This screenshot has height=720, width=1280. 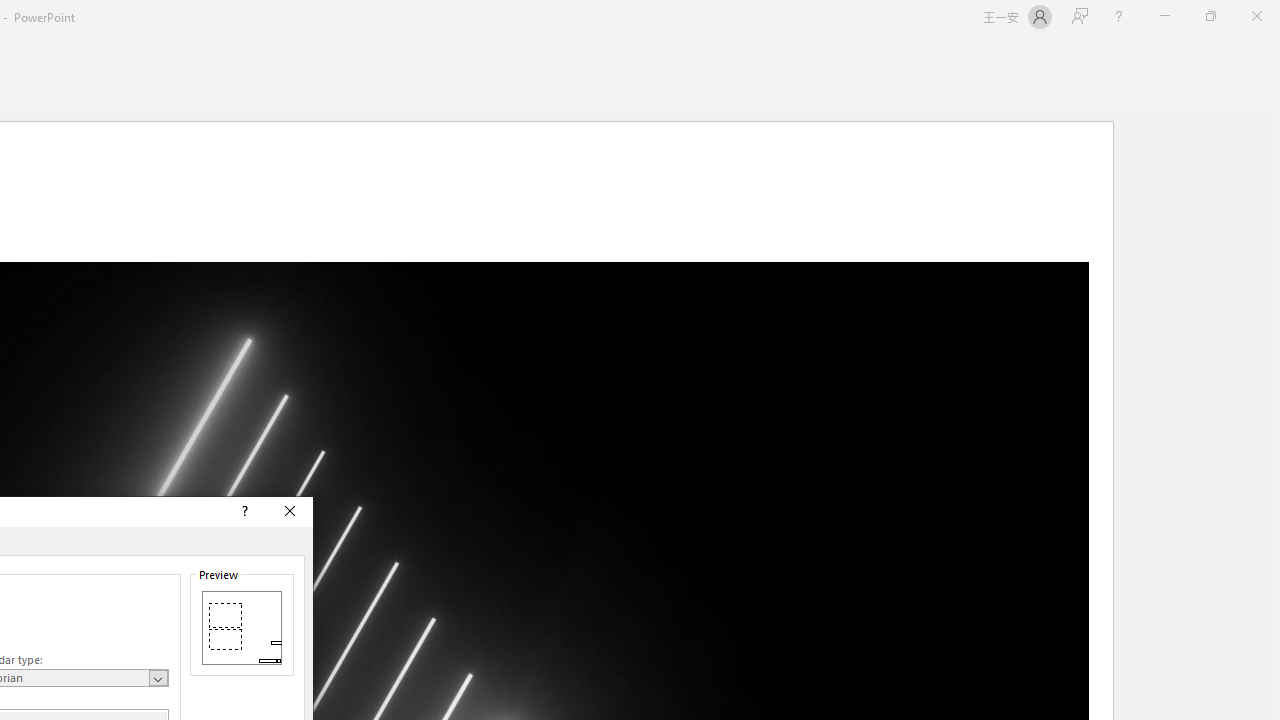 I want to click on 'Context help', so click(x=242, y=510).